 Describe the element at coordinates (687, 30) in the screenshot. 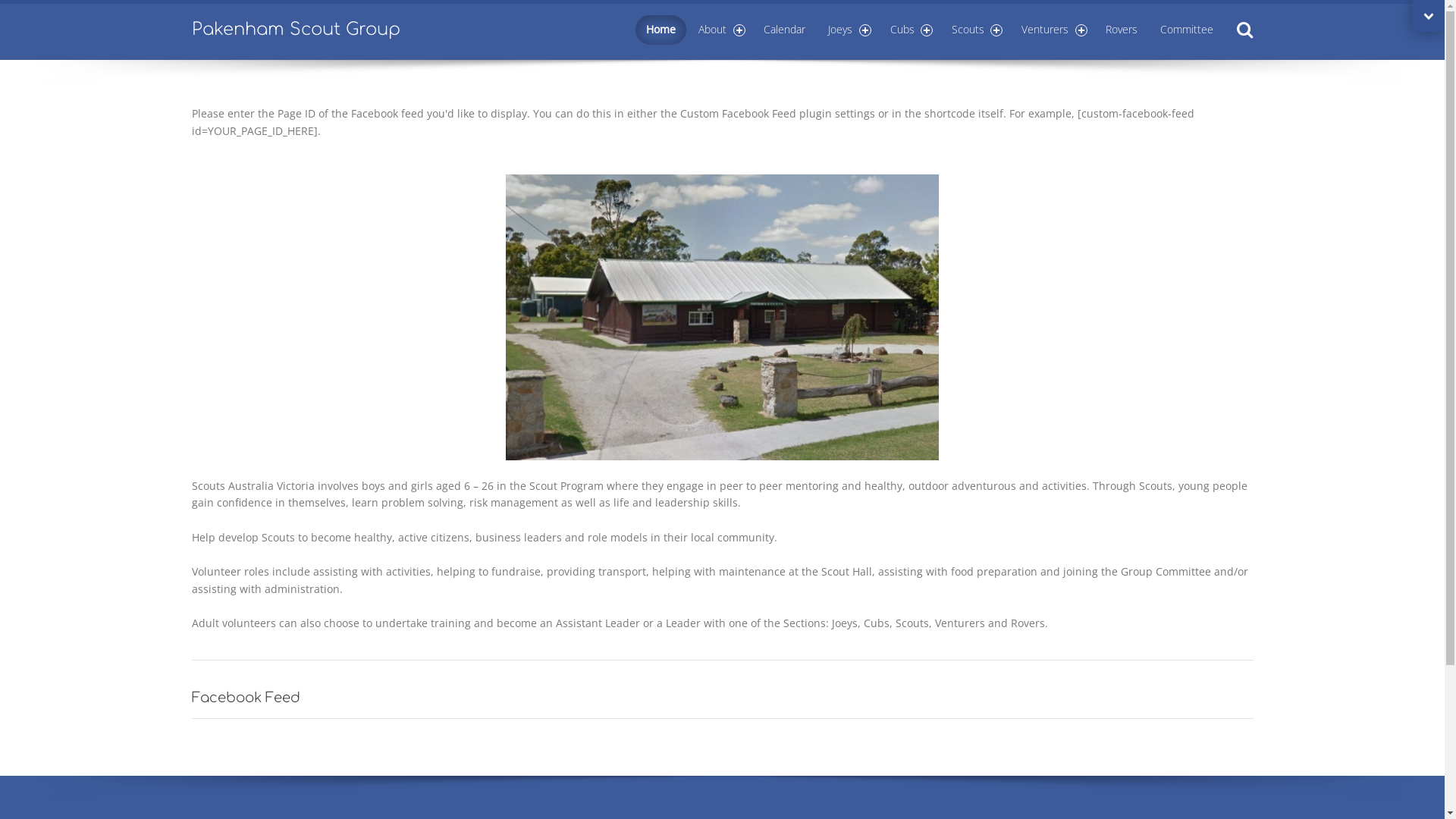

I see `'About'` at that location.